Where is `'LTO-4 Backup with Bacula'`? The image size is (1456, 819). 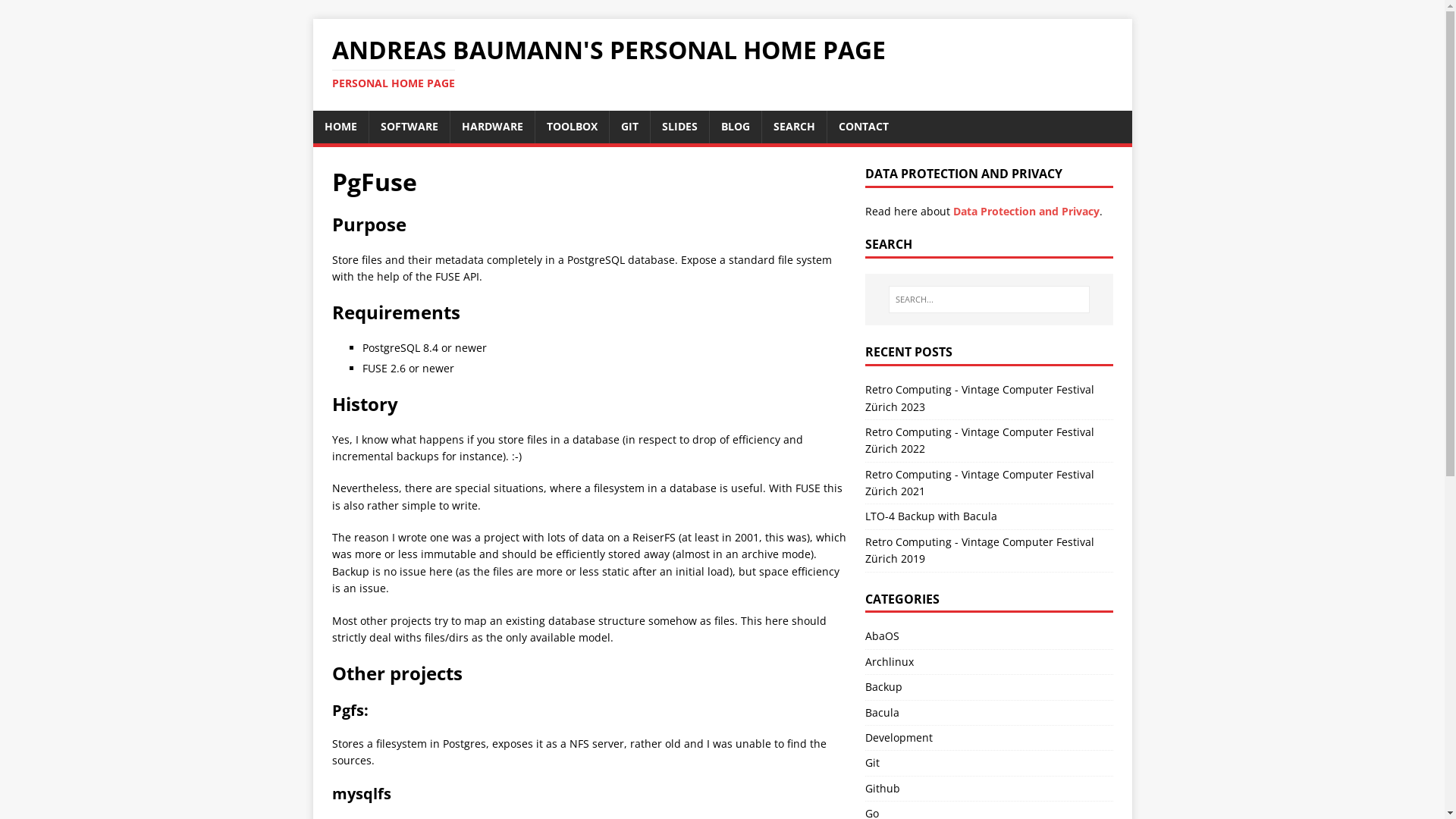
'LTO-4 Backup with Bacula' is located at coordinates (930, 515).